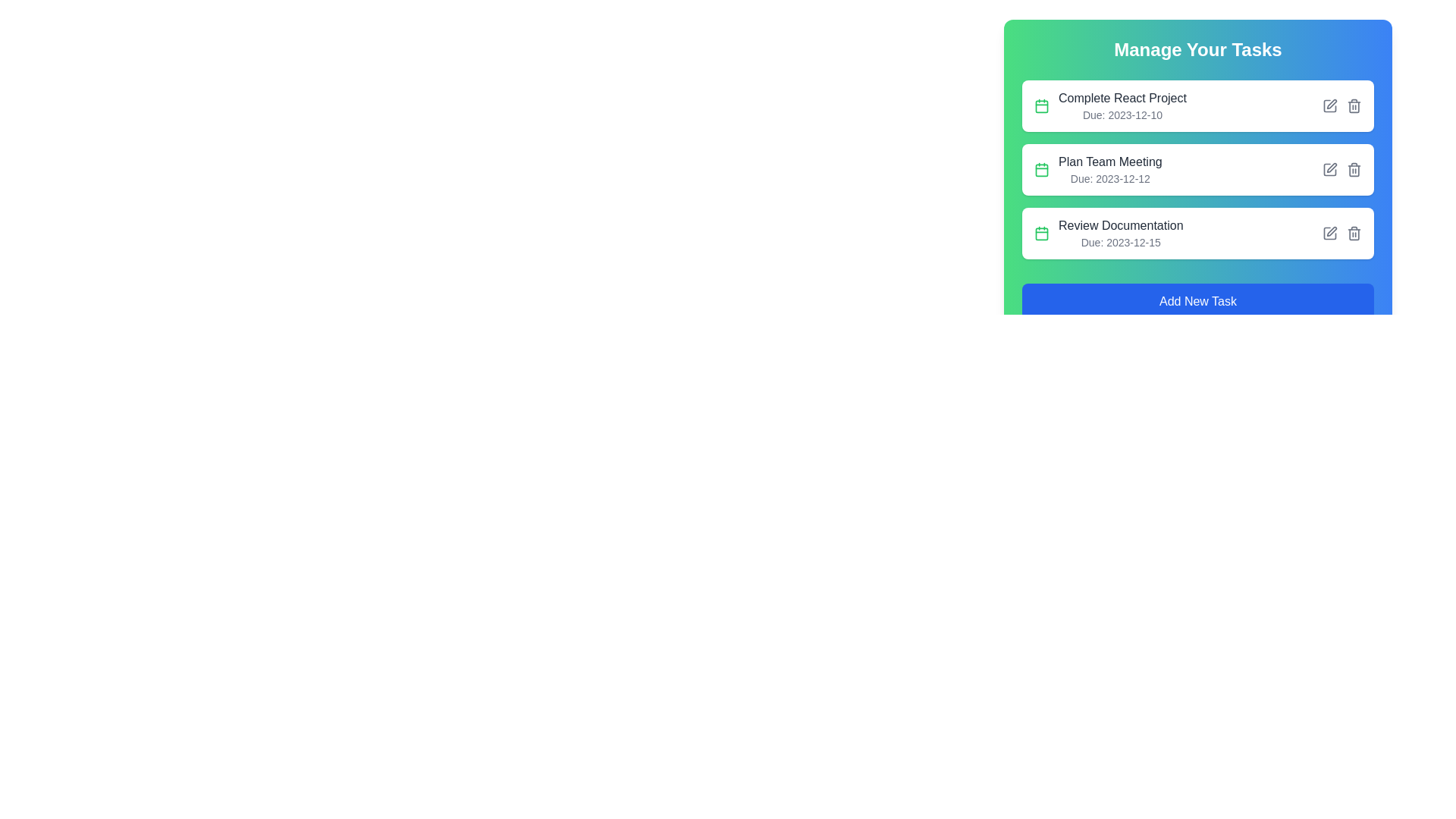  What do you see at coordinates (1040, 169) in the screenshot?
I see `the due date icon for the task 'Plan Team Meeting', located in the left section of the second task item in the task list` at bounding box center [1040, 169].